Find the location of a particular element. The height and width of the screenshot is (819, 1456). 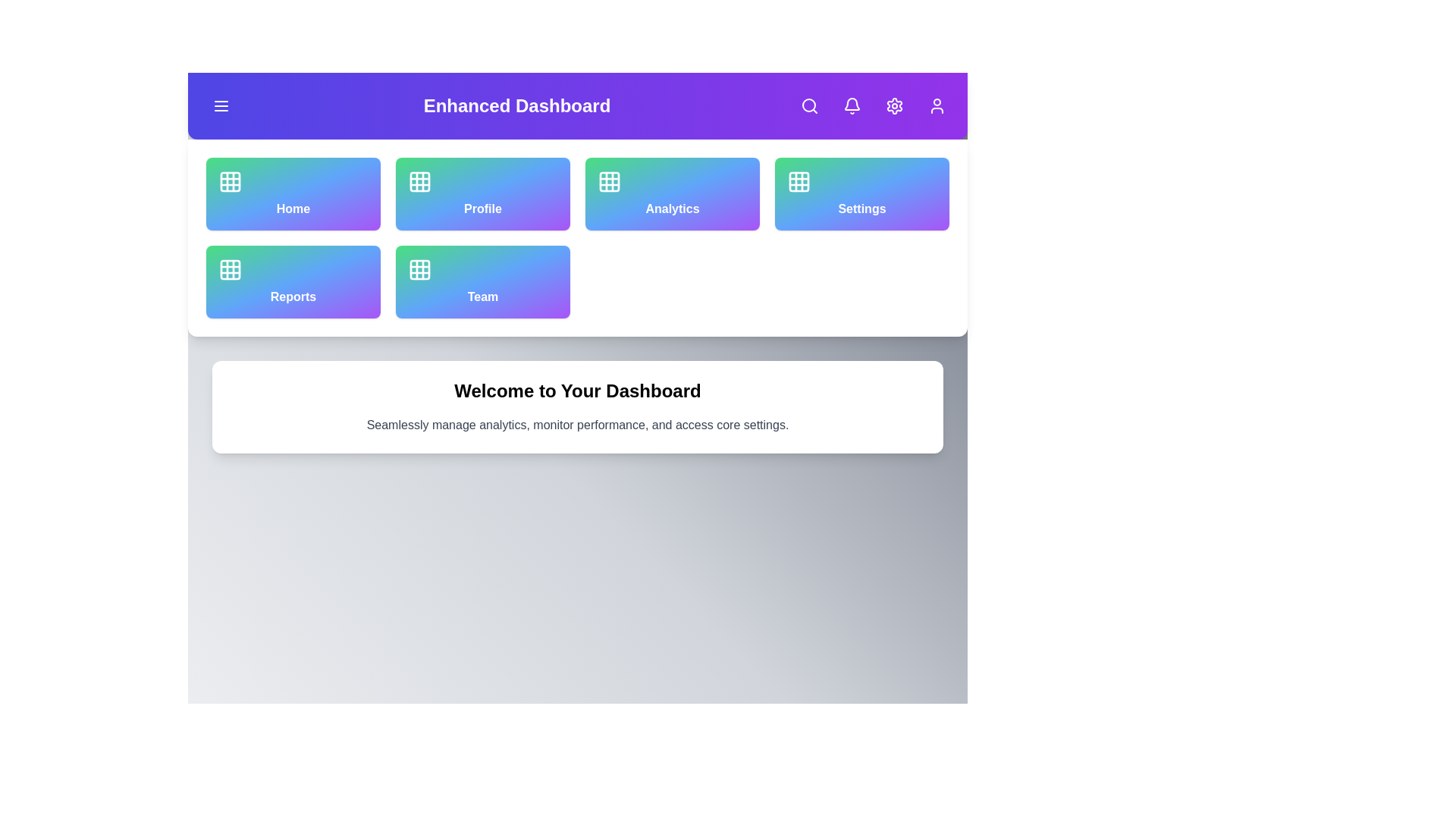

the navigation option Reports by clicking its corresponding button is located at coordinates (293, 281).